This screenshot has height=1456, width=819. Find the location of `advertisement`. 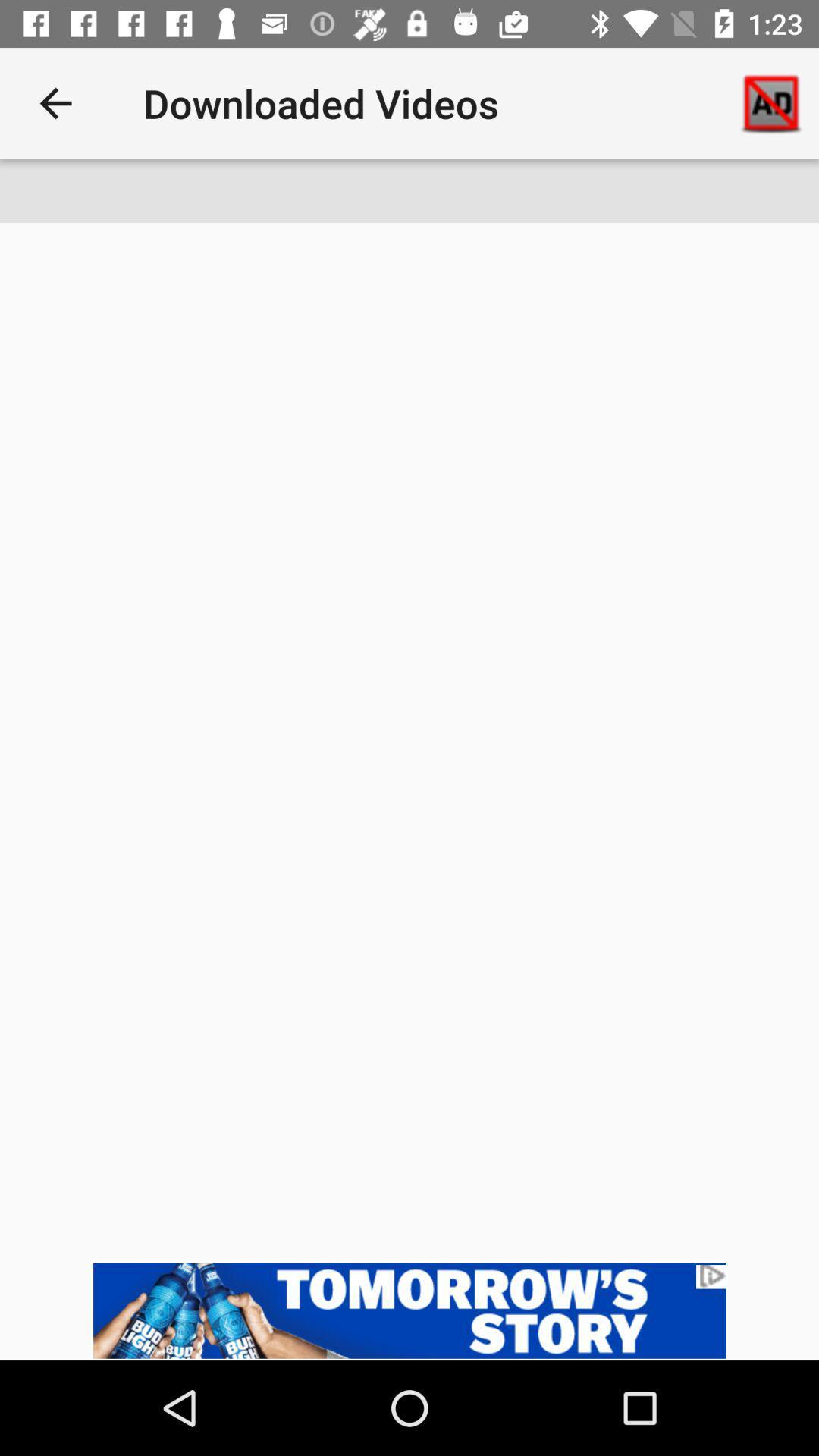

advertisement is located at coordinates (409, 1310).